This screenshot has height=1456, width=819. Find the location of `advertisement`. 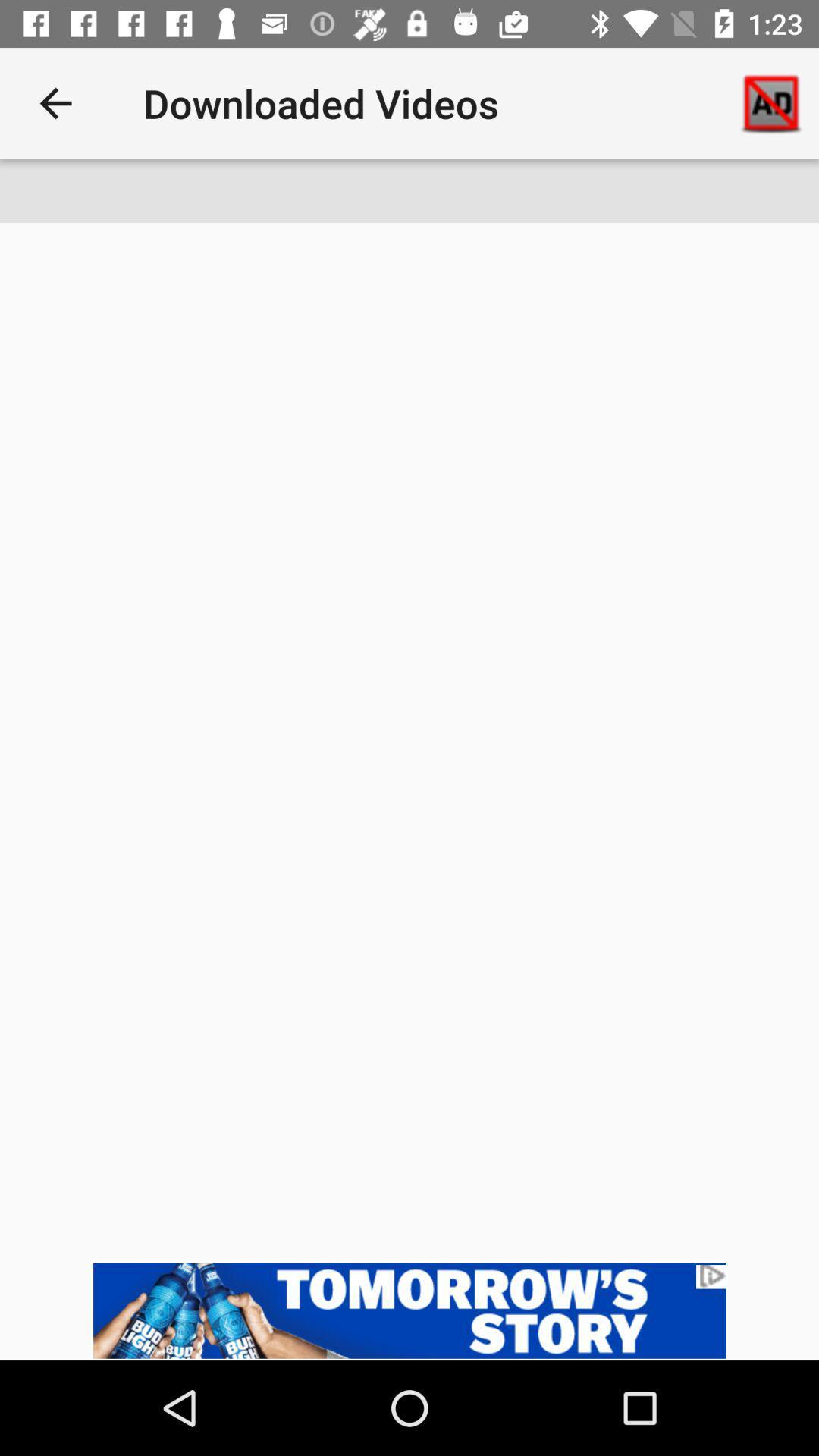

advertisement is located at coordinates (409, 1310).